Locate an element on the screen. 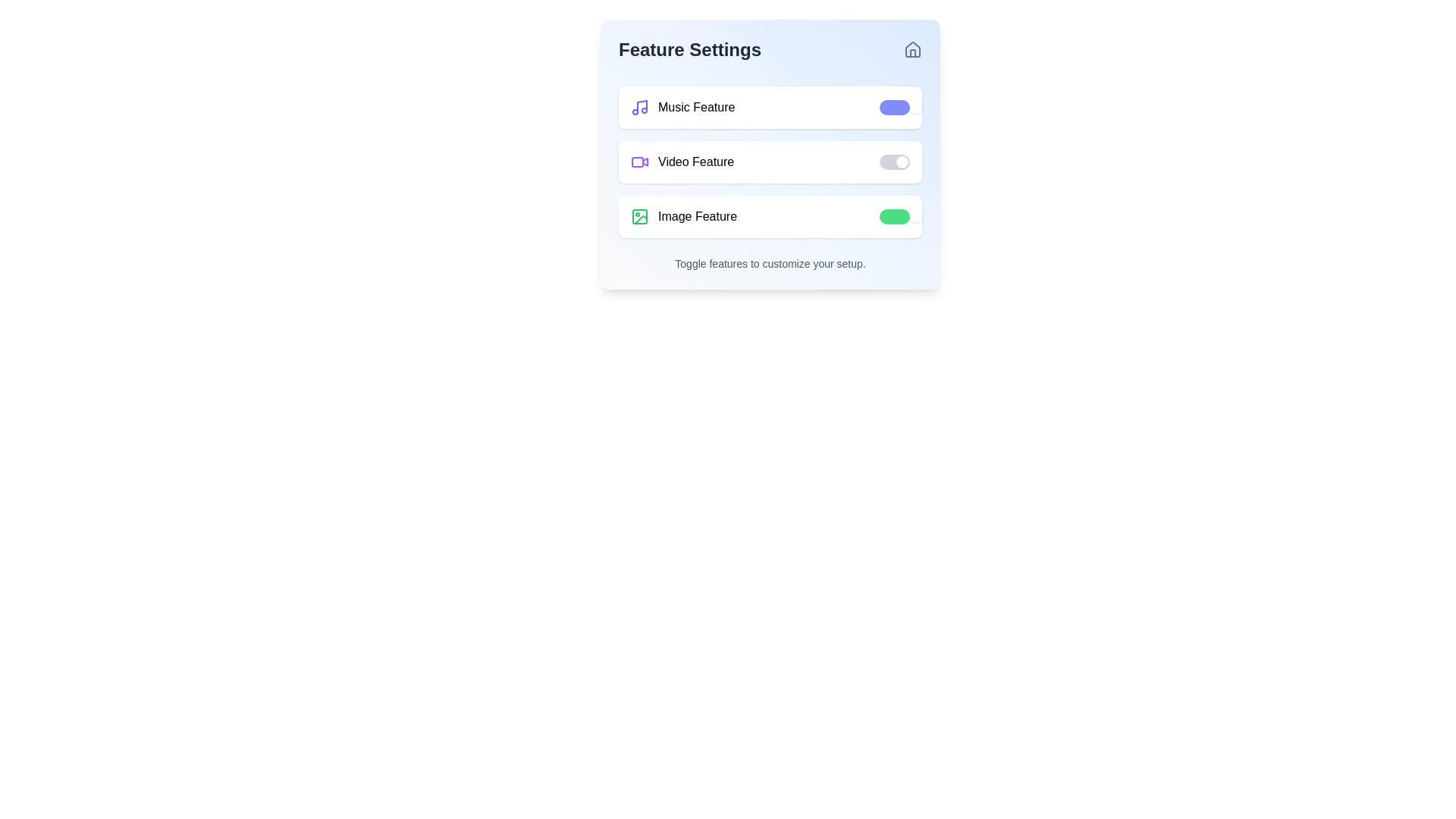 Image resolution: width=1456 pixels, height=819 pixels. the non-interactive text label located at the bottom of the 'Feature Settings' card, which provides instructions for the toggle switches above it is located at coordinates (770, 262).